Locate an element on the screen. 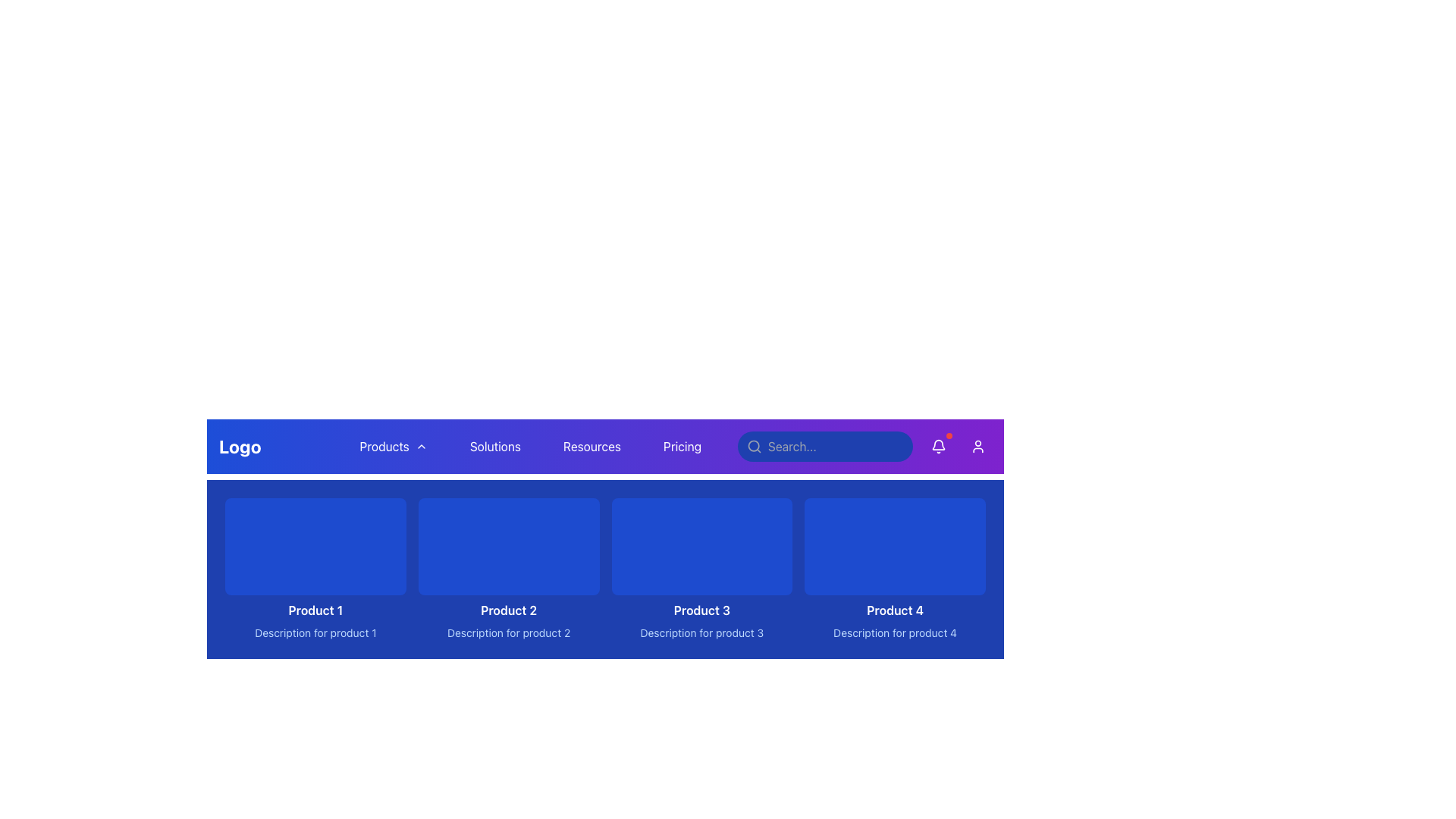 Image resolution: width=1456 pixels, height=819 pixels. descriptive label for 'Product 1', which is located centrally below the title in the leftmost product card of the grid layout is located at coordinates (315, 632).